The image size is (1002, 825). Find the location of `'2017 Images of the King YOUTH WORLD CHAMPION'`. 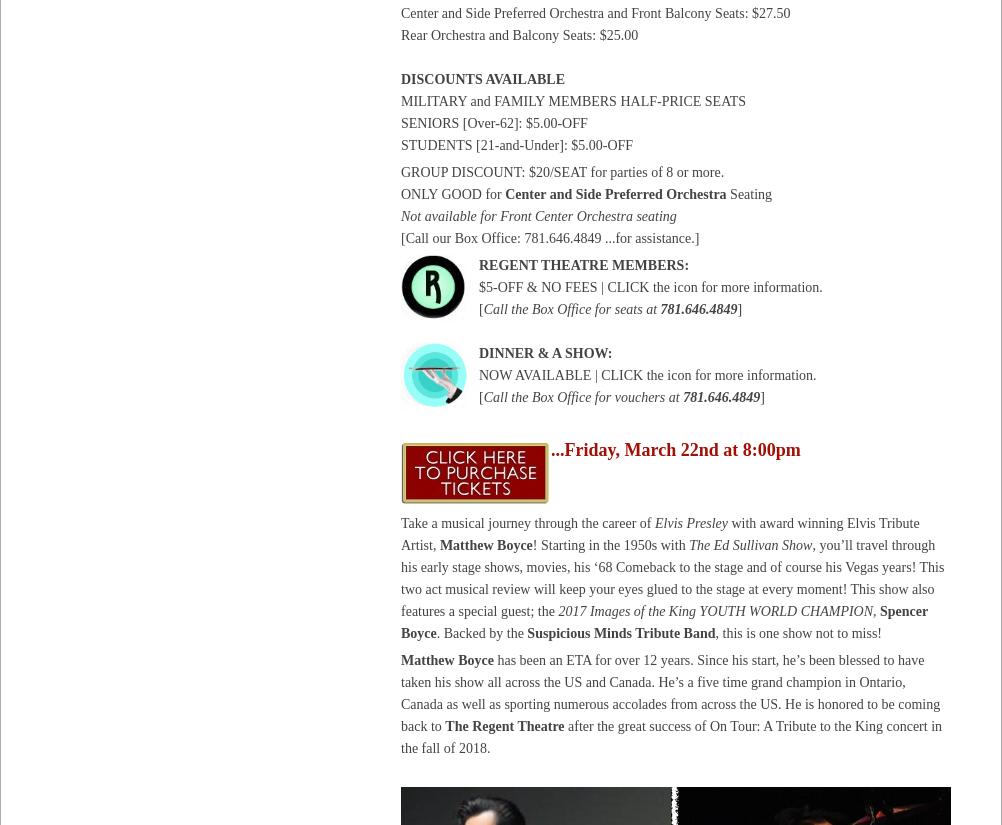

'2017 Images of the King YOUTH WORLD CHAMPION' is located at coordinates (715, 611).